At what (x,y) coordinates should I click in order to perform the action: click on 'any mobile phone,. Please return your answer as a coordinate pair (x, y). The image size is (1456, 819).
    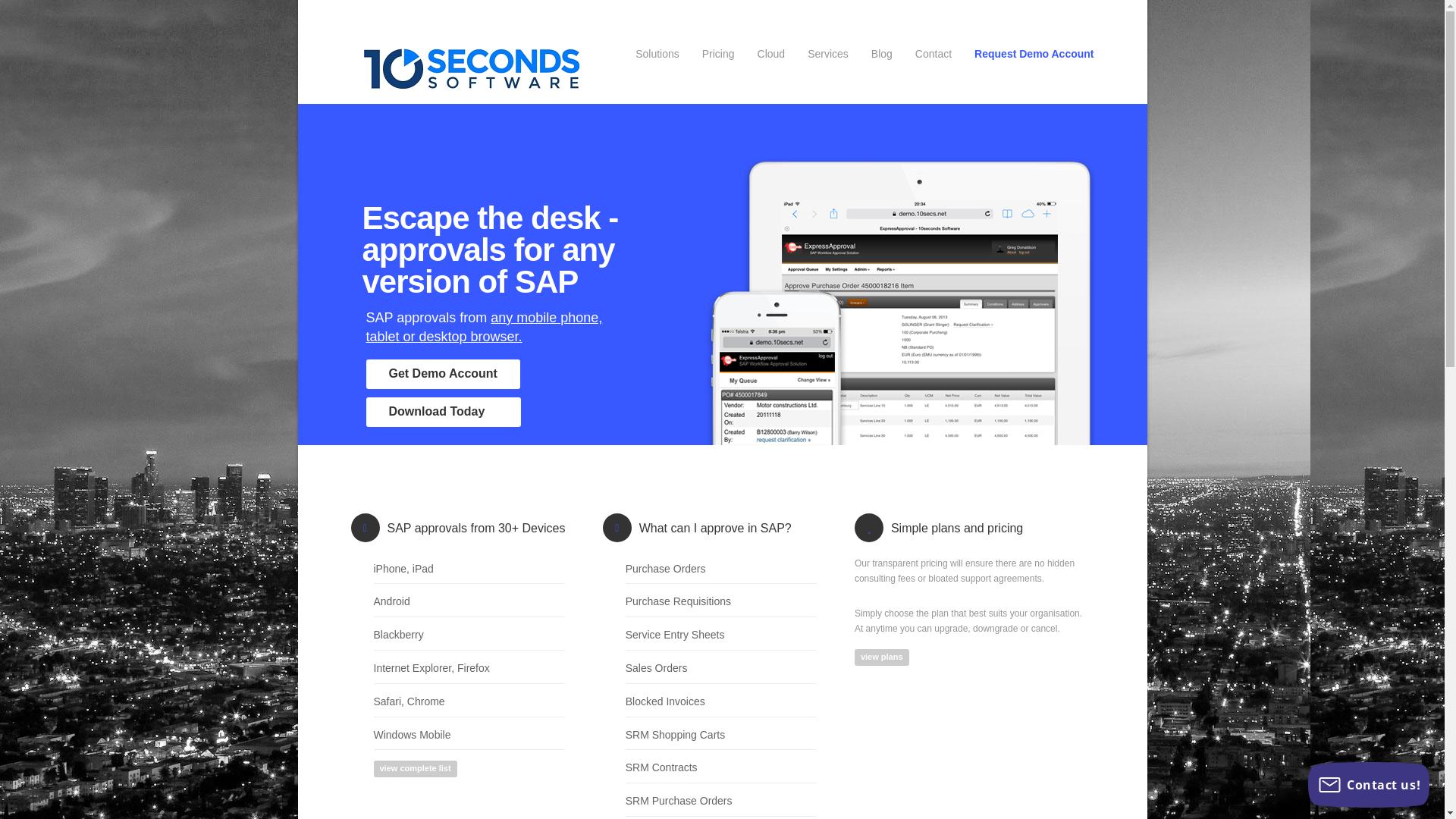
    Looking at the image, I should click on (365, 326).